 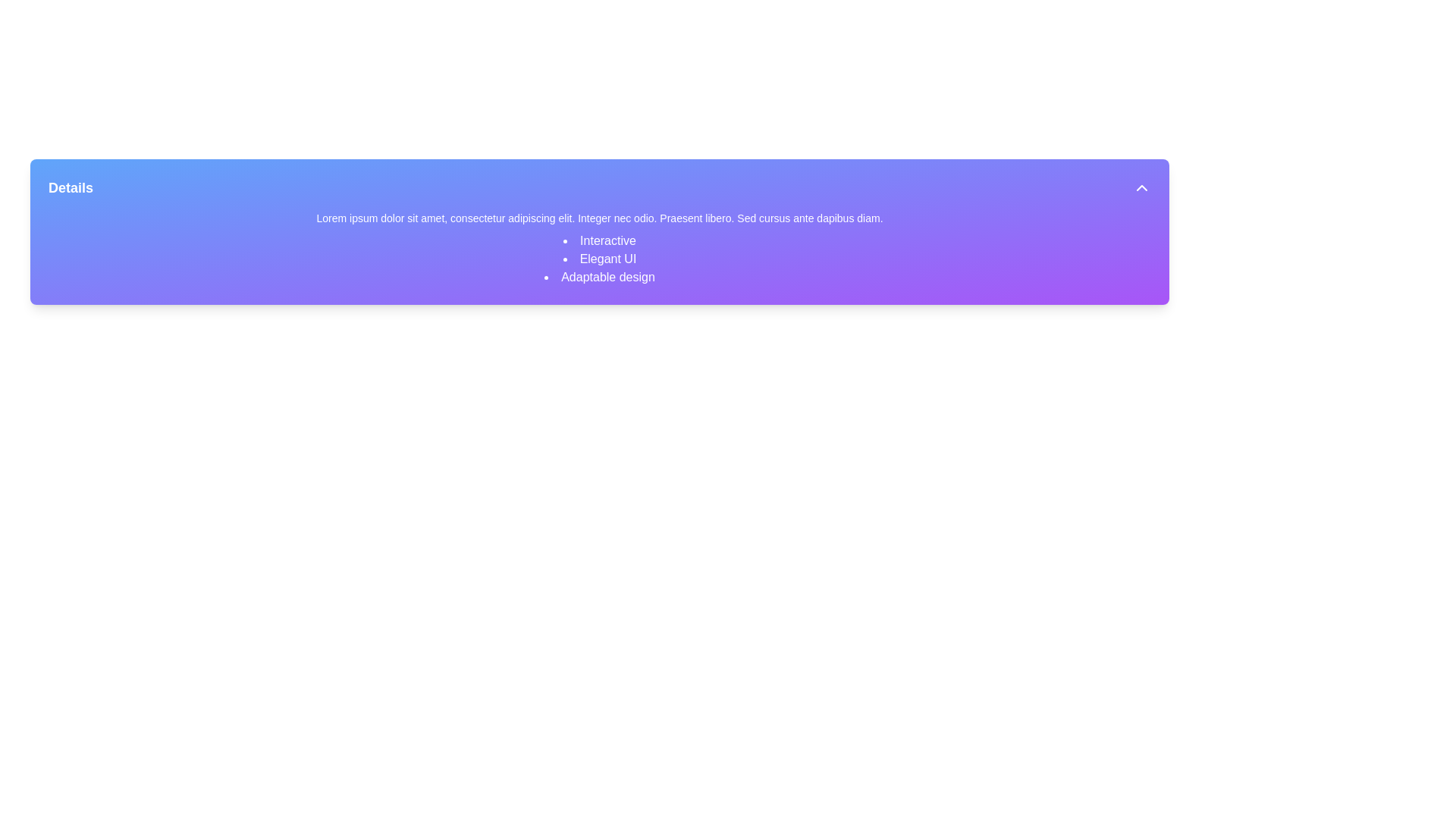 What do you see at coordinates (599, 278) in the screenshot?
I see `the text element reading 'Adaptable design', styled as a bullet point in a list, which is the third item in the bulleted list` at bounding box center [599, 278].